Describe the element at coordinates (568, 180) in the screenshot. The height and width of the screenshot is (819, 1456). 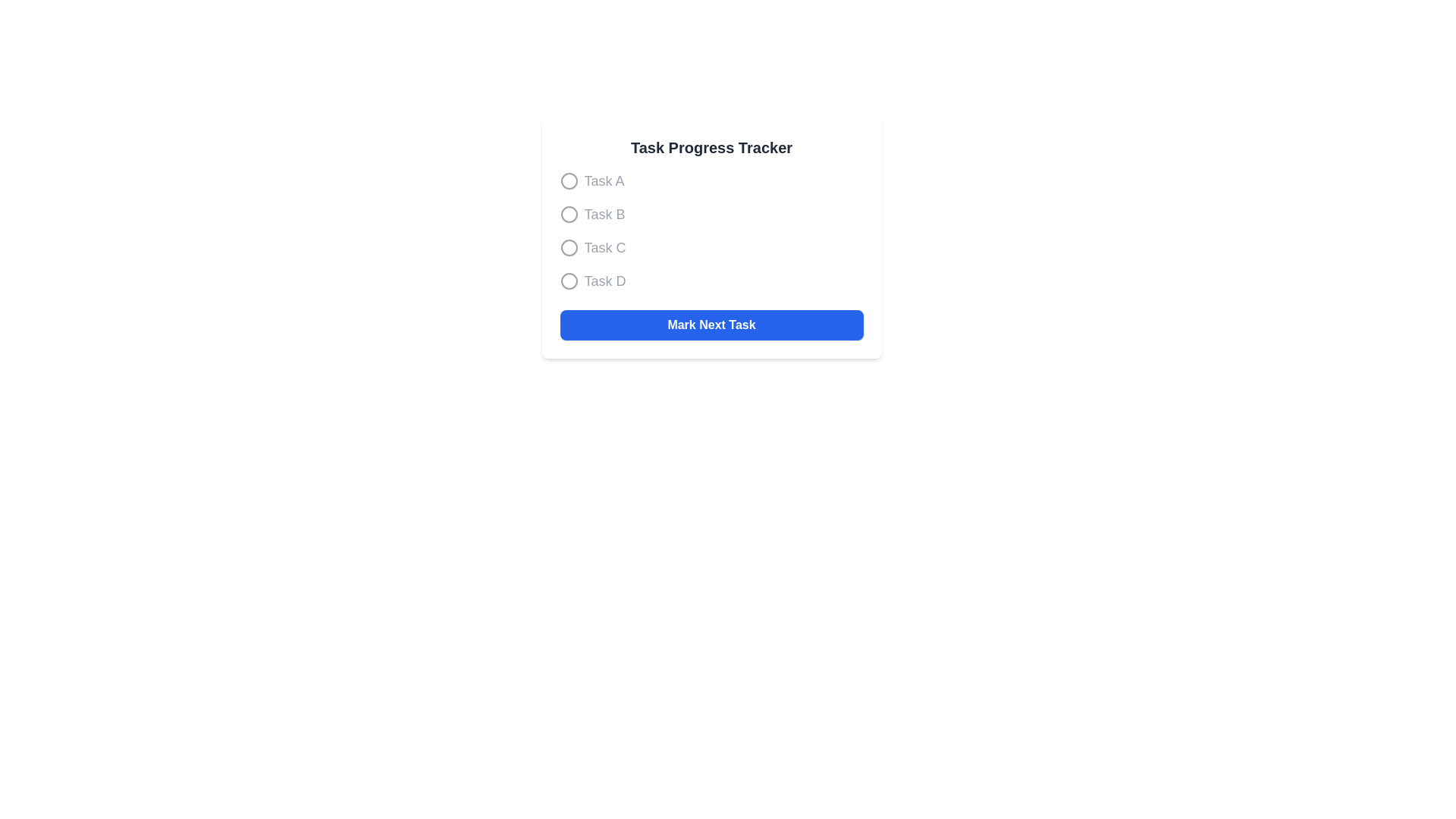
I see `the radio button for 'Task A'` at that location.